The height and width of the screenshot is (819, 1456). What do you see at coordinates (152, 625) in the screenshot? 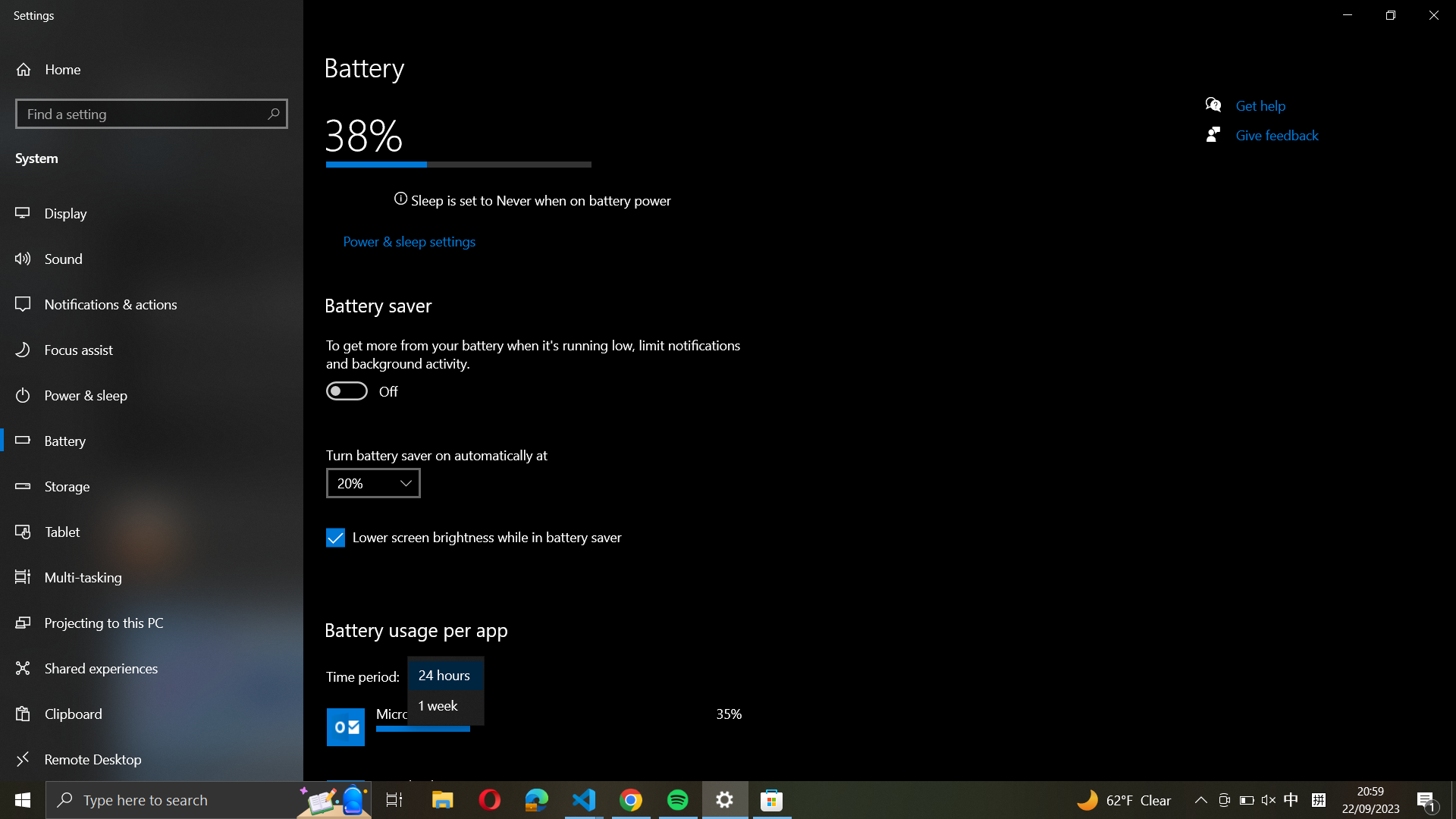
I see `"Project to this PC" from the left menu` at bounding box center [152, 625].